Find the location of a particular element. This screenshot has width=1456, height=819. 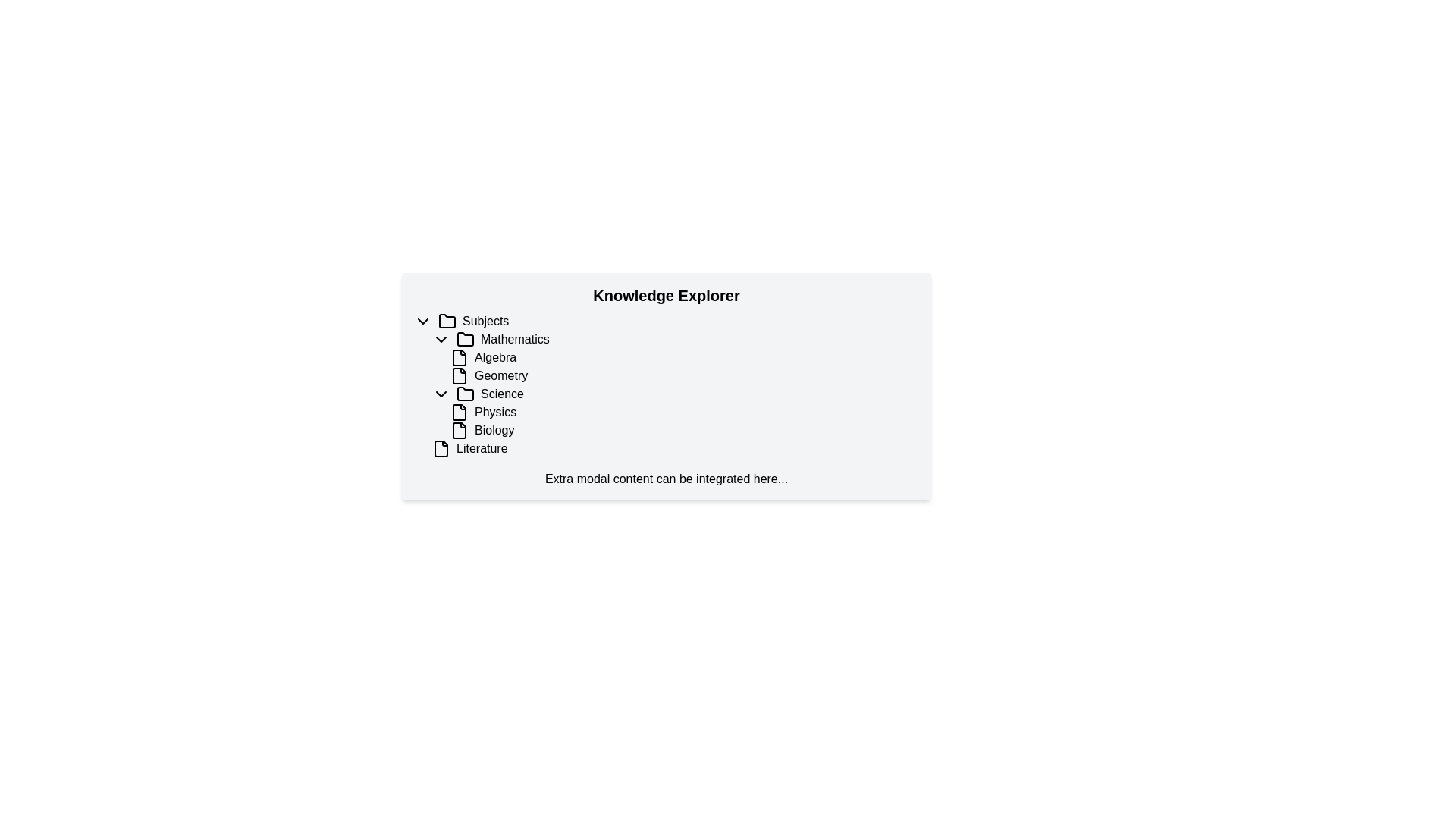

the 'Physics' file icon located under the 'Science' category is located at coordinates (458, 412).